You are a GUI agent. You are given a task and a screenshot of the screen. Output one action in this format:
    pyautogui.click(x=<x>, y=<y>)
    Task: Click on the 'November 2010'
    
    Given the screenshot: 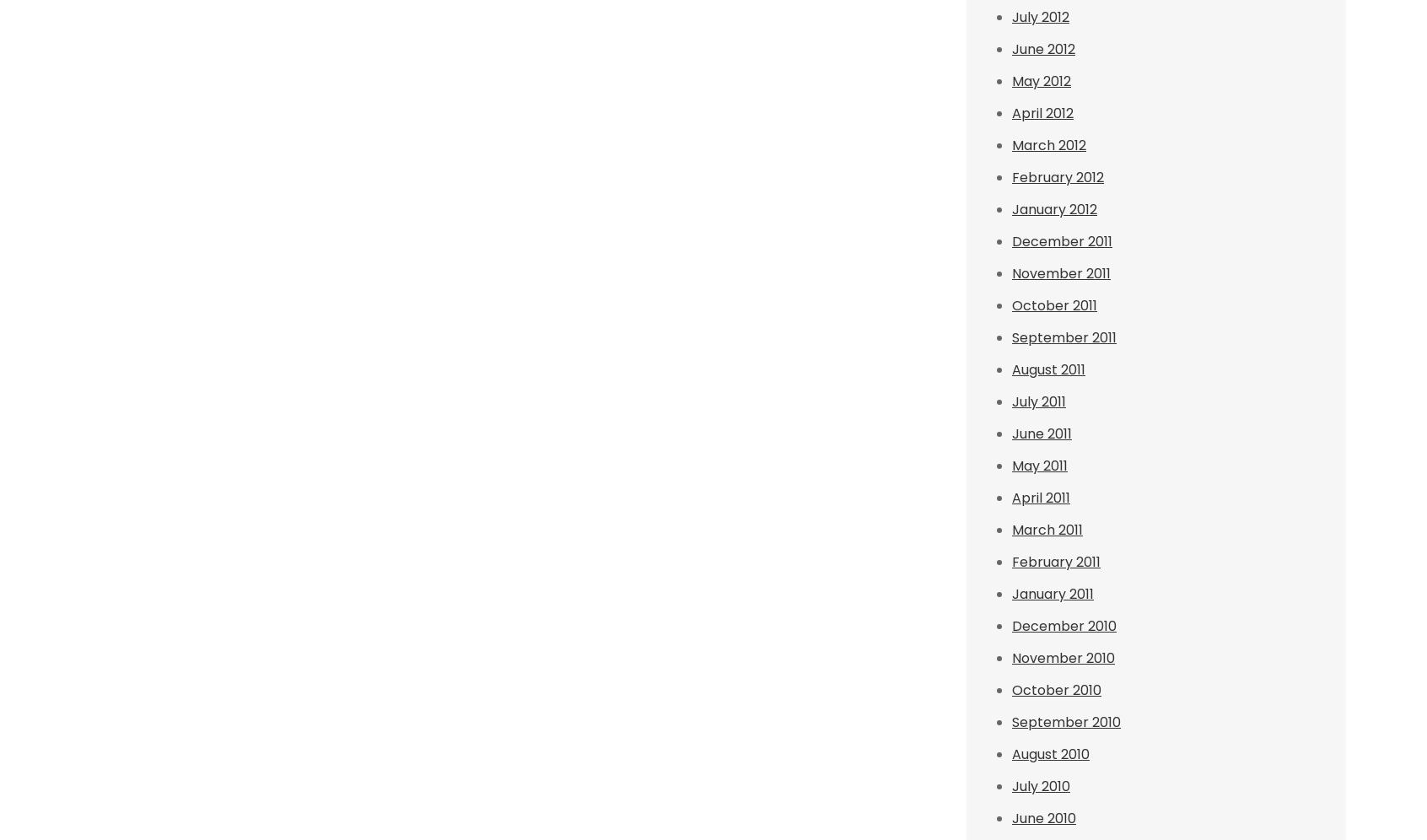 What is the action you would take?
    pyautogui.click(x=1064, y=658)
    